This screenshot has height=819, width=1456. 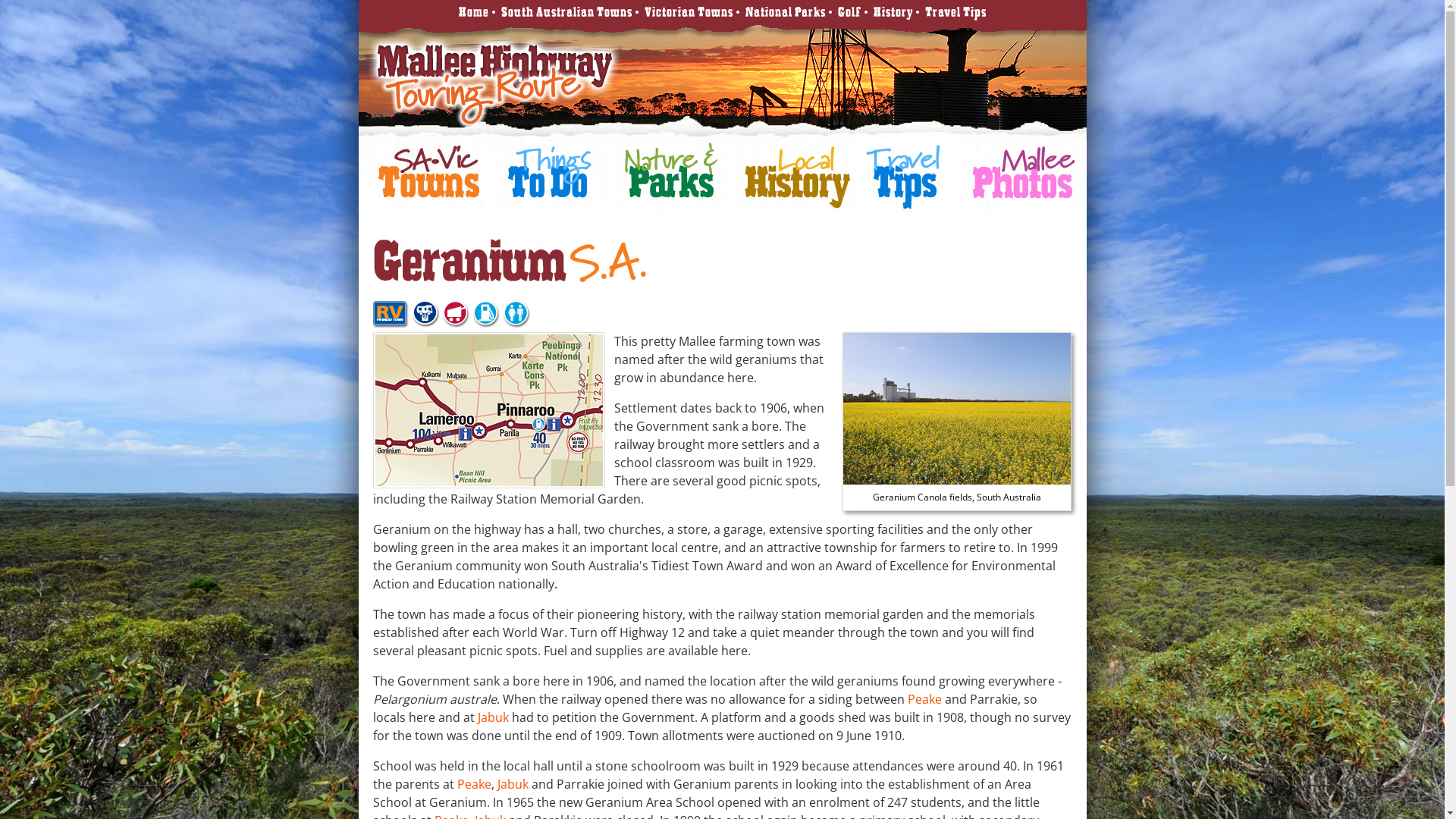 I want to click on 'Travel Tips', so click(x=924, y=11).